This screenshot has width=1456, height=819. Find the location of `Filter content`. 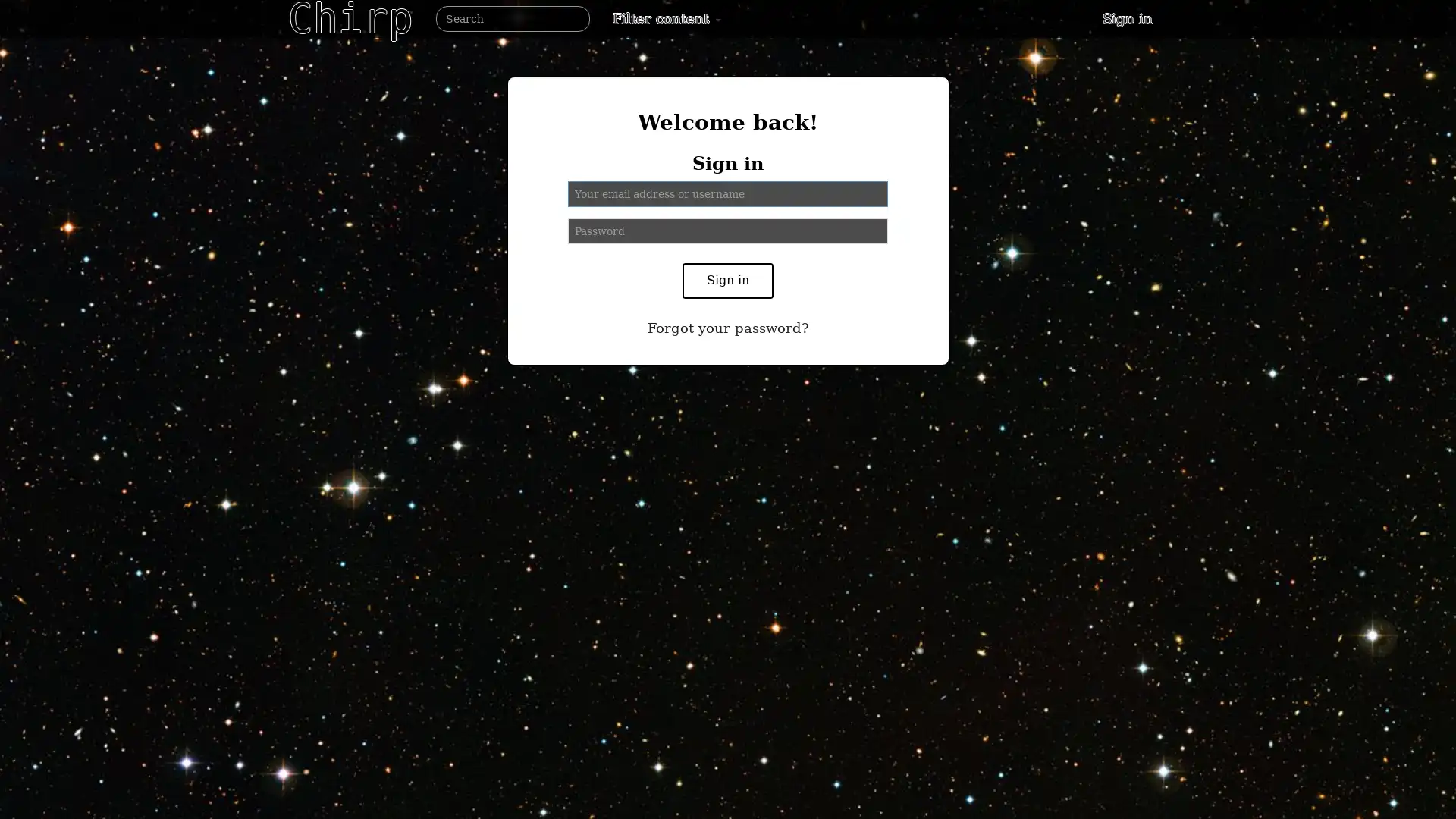

Filter content is located at coordinates (667, 18).